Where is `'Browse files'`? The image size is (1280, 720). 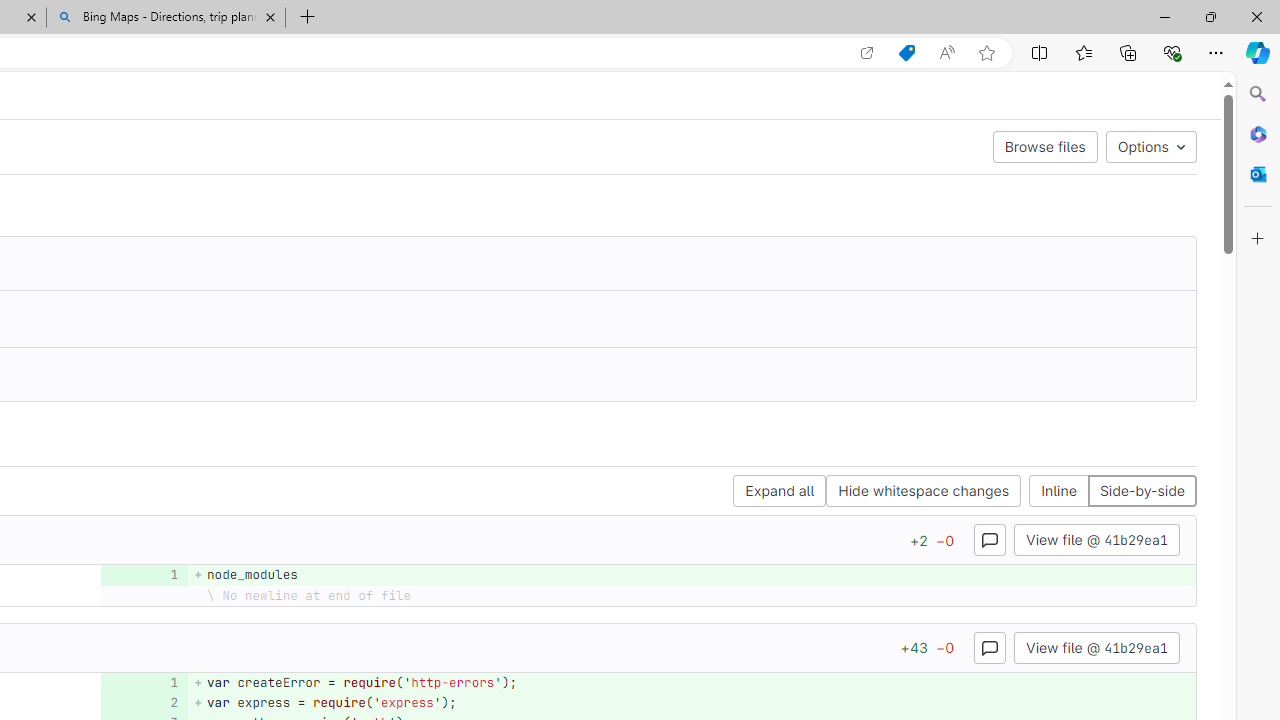
'Browse files' is located at coordinates (1044, 145).